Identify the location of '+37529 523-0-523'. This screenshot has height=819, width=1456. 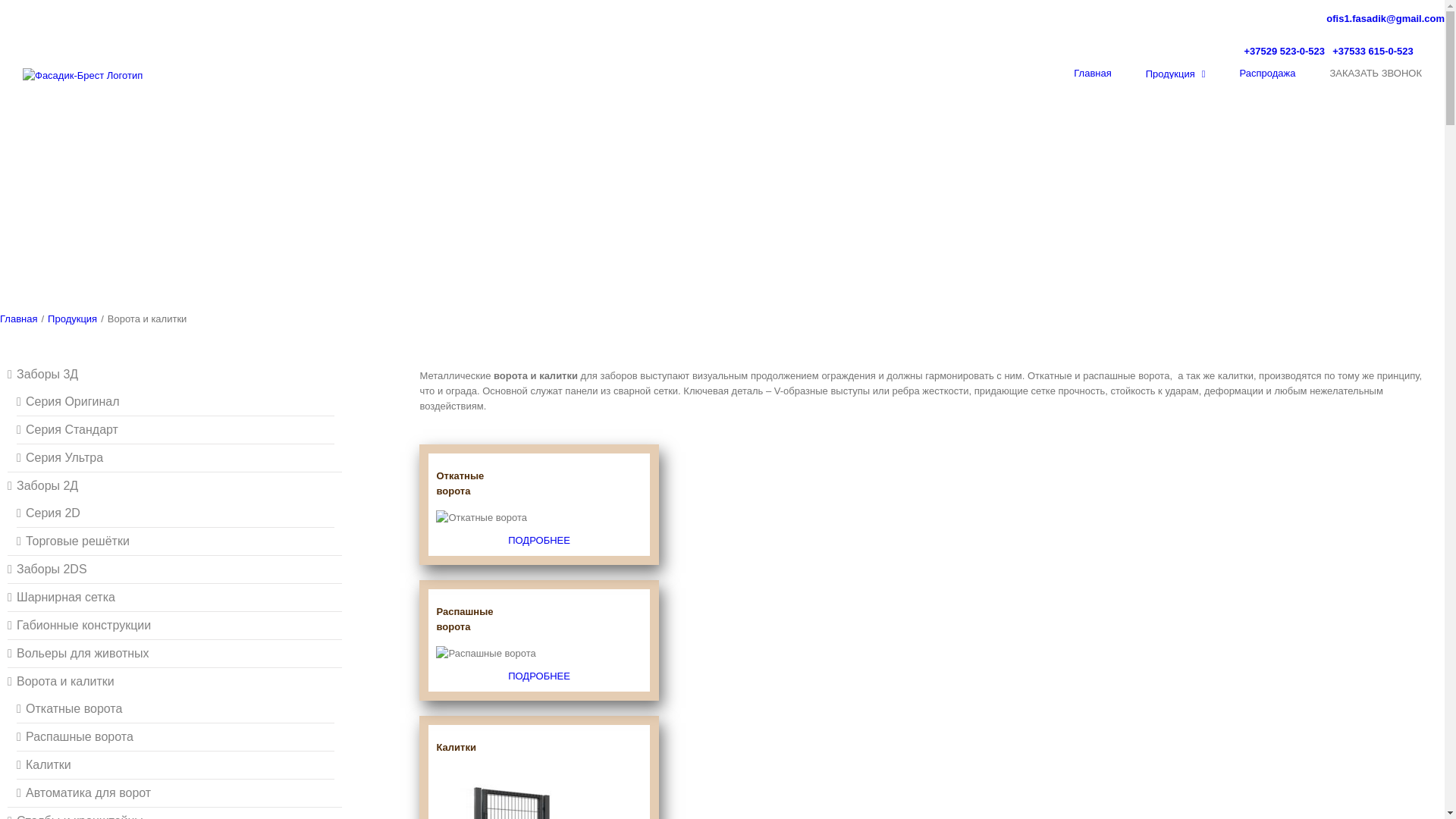
(1241, 50).